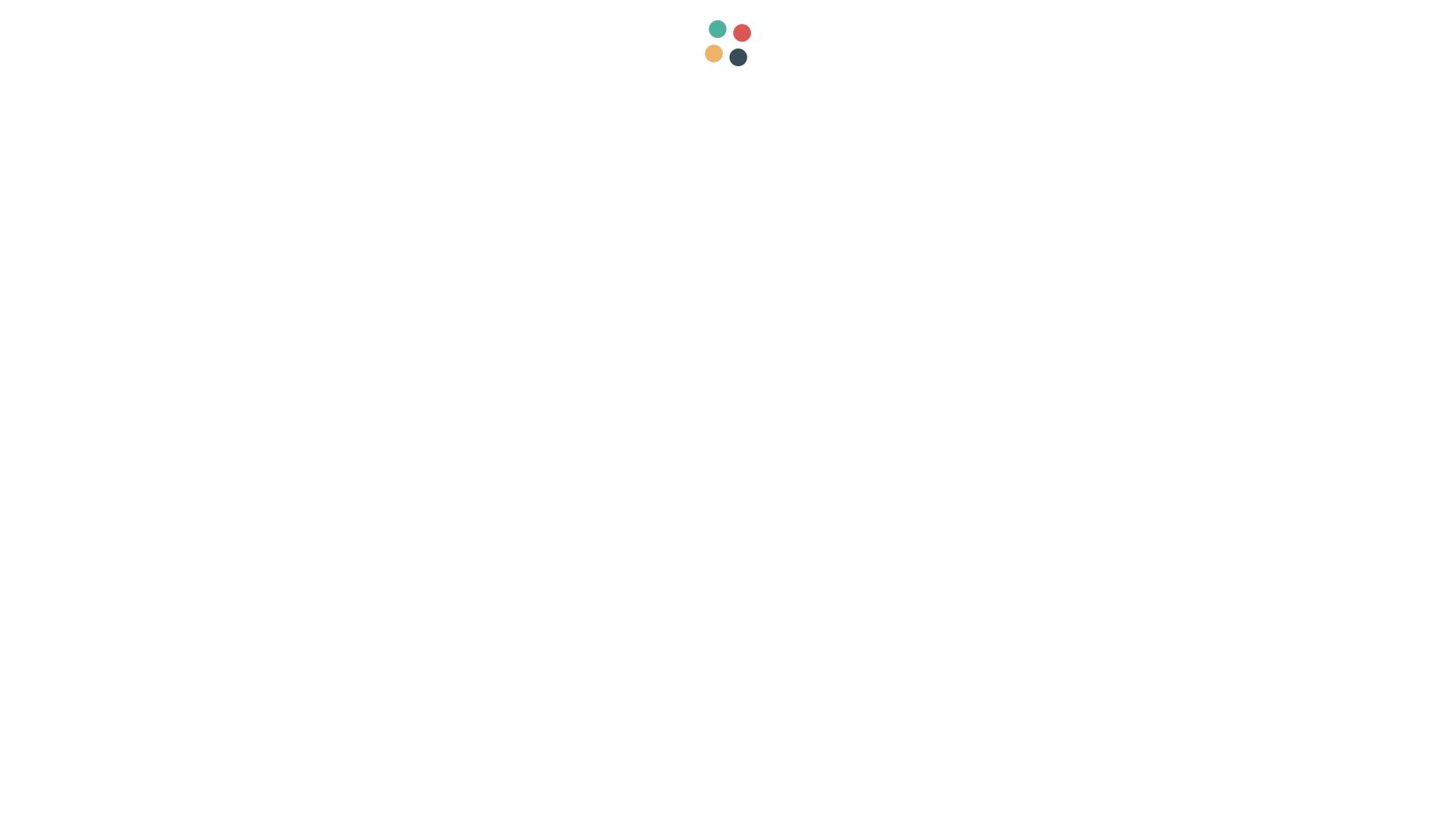  I want to click on 'In the midst of the ongoing 'digital explosion' (internet use, mobility and cloud services....), every new advance also brings with it greater opportunity for those with malign intent.  Many businesses seek to address these threats at a technical level, with limited understanding of the business risk.  Recent high profile events have shown that this approach can leave even relatively sophisticated organisations vulnerable.', so click(511, 243).